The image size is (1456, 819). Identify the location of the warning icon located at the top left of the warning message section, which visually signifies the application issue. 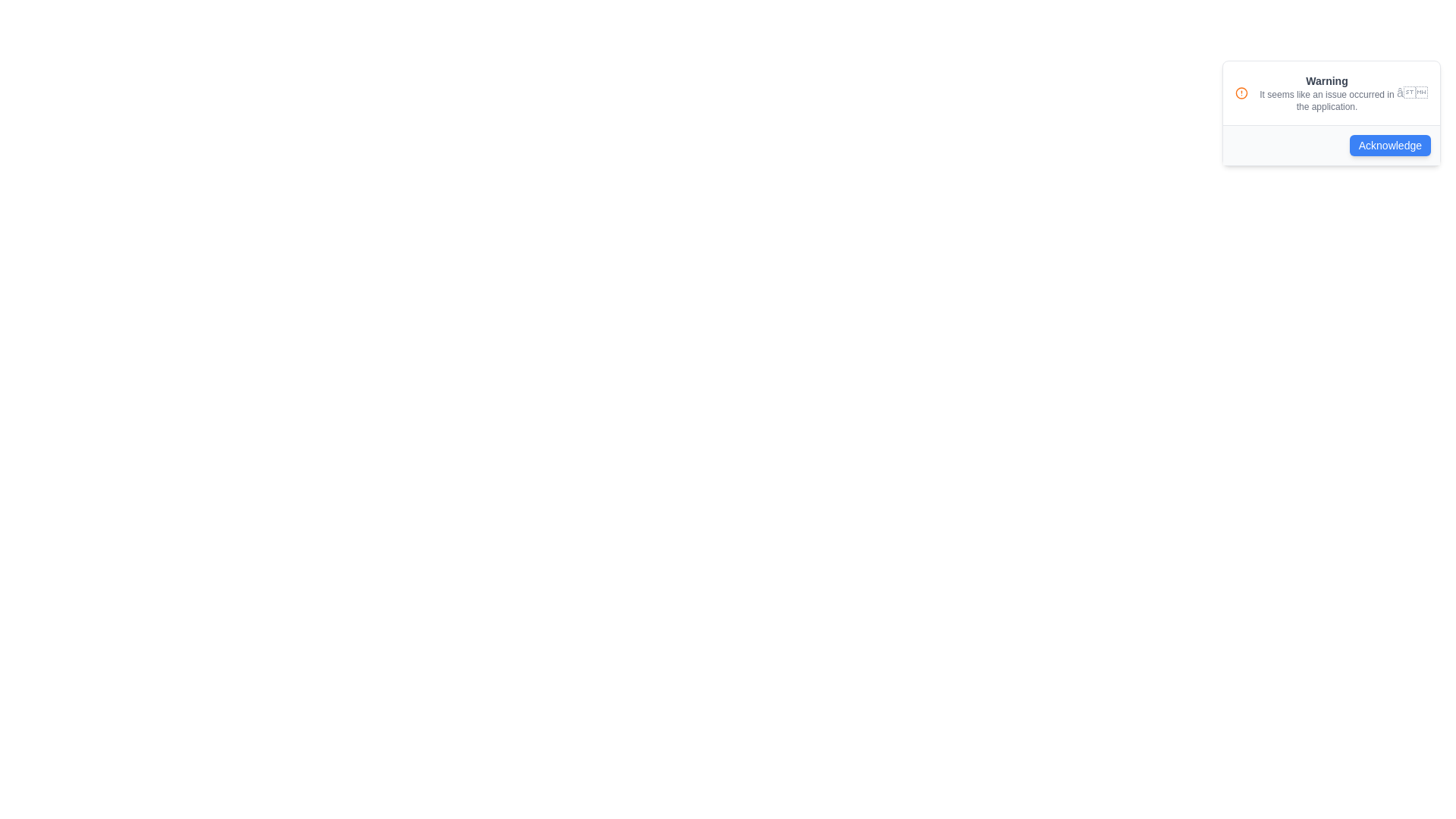
(1241, 93).